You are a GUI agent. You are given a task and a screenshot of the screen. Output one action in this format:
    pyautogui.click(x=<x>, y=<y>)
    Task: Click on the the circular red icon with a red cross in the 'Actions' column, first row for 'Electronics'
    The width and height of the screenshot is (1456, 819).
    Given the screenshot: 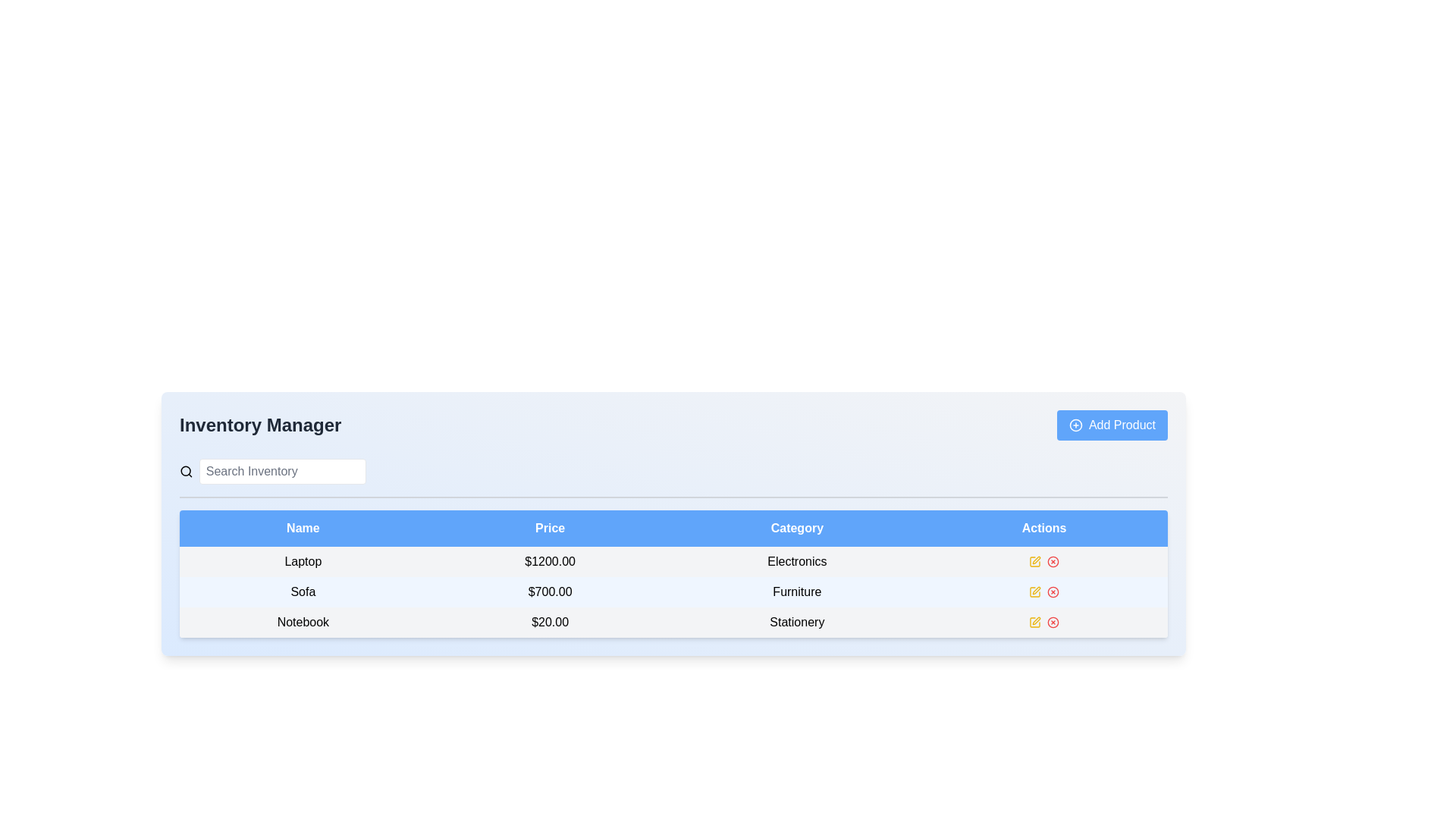 What is the action you would take?
    pyautogui.click(x=1053, y=561)
    